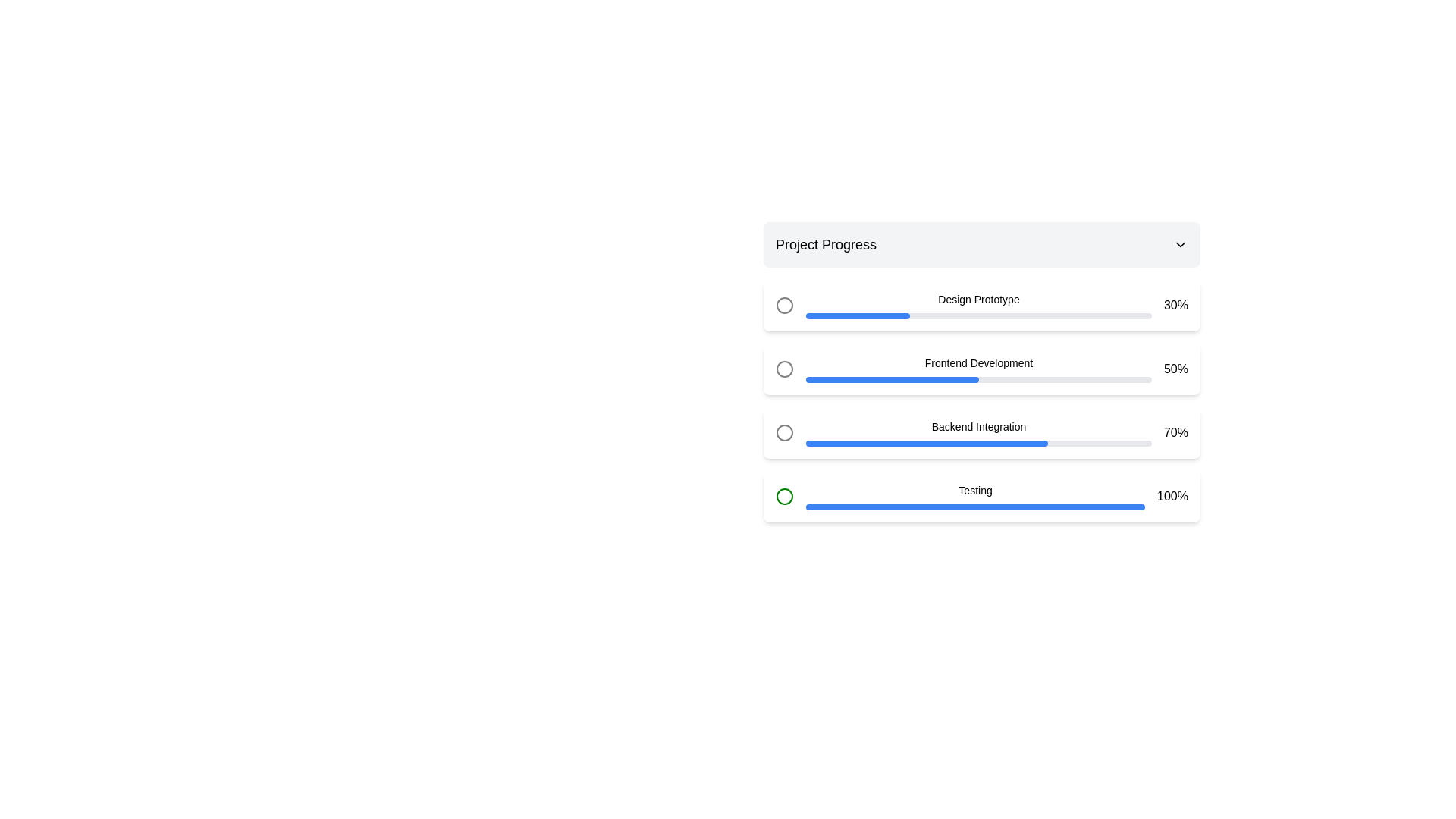  I want to click on the first circular icon representing the task status, which is located at the top of the list adjacent to the 'Design Prototype' text, so click(785, 305).